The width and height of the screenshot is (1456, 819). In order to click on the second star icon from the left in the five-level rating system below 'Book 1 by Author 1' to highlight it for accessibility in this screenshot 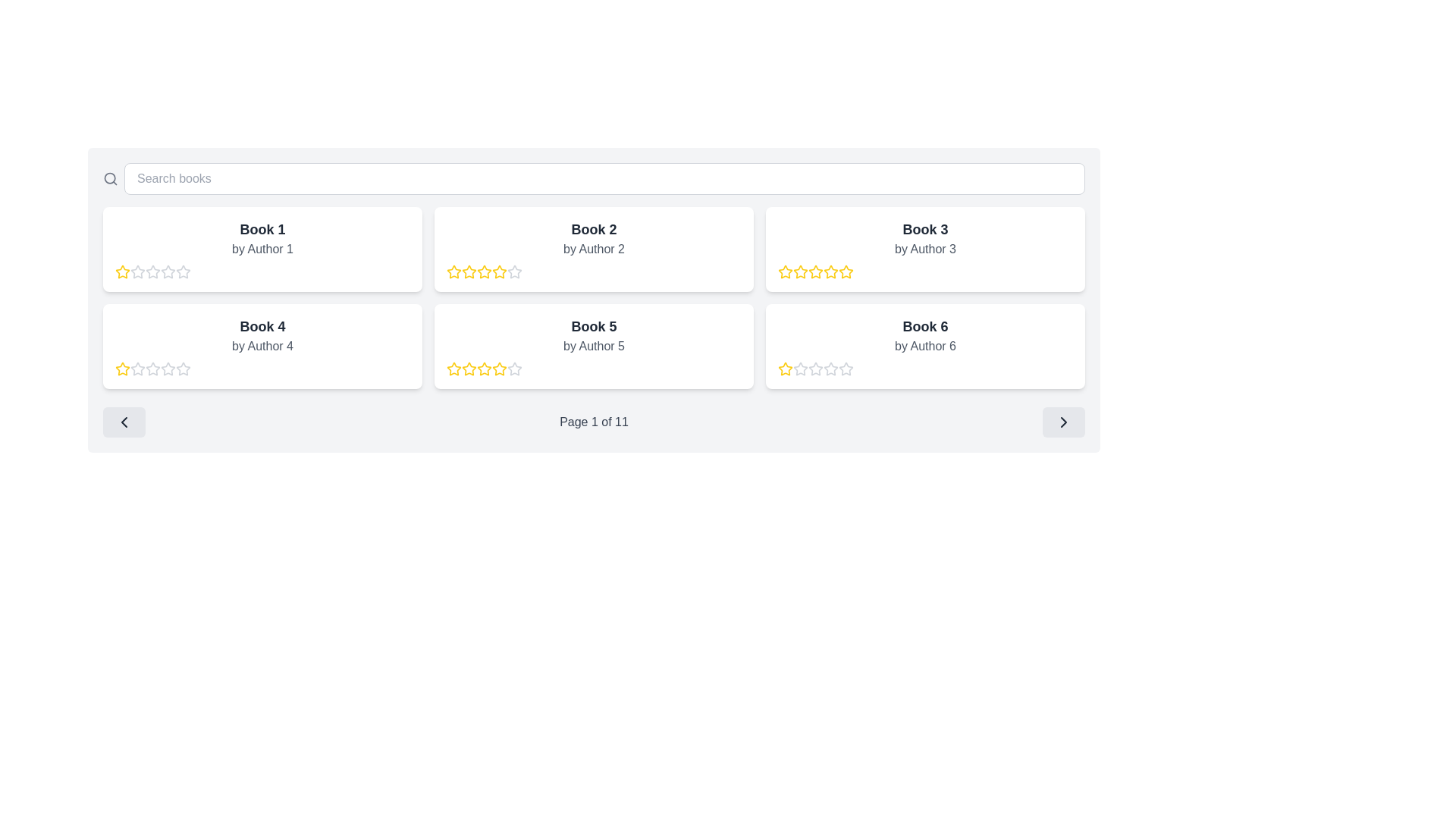, I will do `click(168, 271)`.